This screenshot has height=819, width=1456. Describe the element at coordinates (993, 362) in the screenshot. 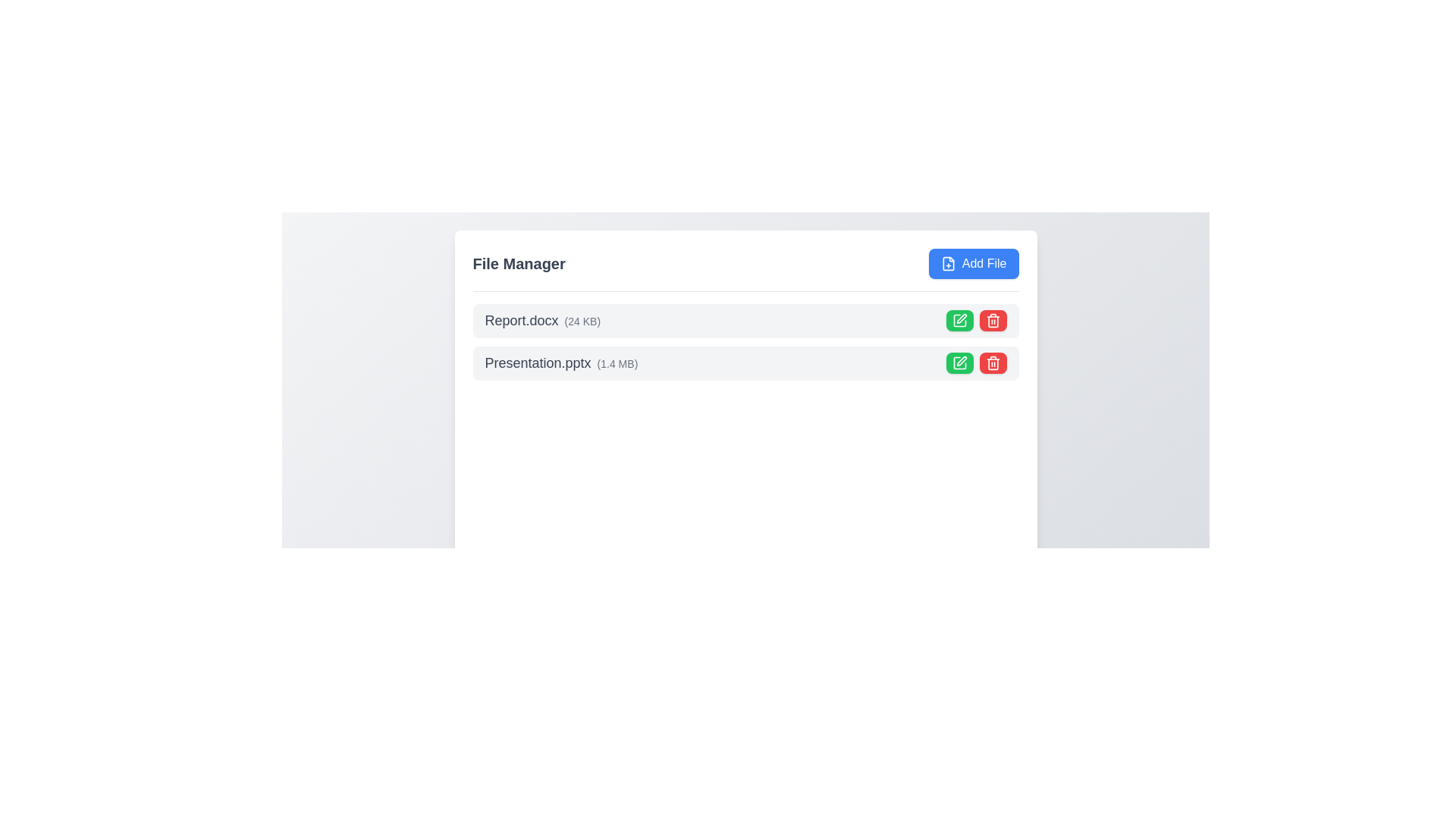

I see `the Delete button (red trashcan icon) located to the right of the second file entry ('Presentation.pptx')` at that location.